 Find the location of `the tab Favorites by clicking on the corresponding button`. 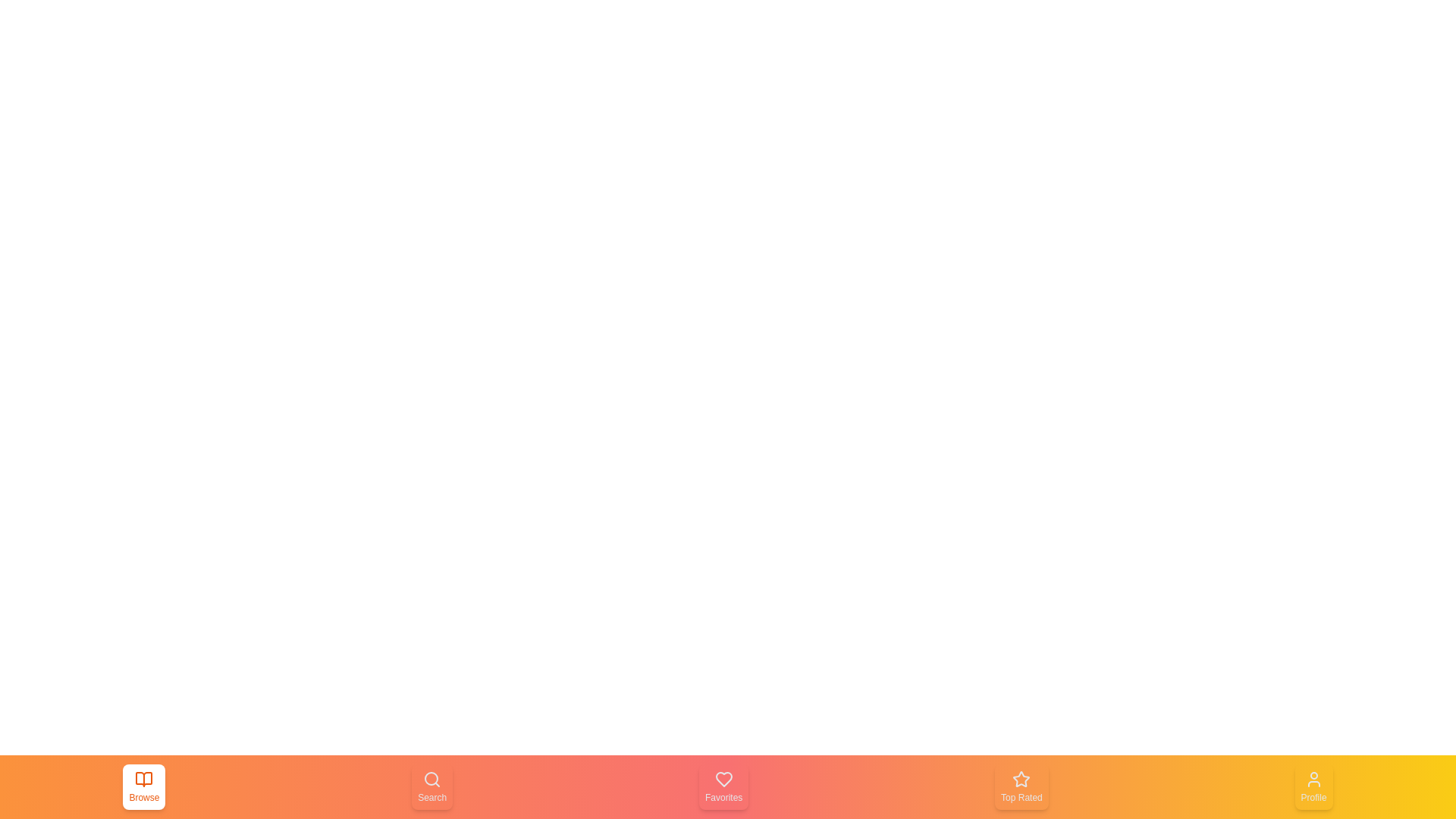

the tab Favorites by clicking on the corresponding button is located at coordinates (723, 786).